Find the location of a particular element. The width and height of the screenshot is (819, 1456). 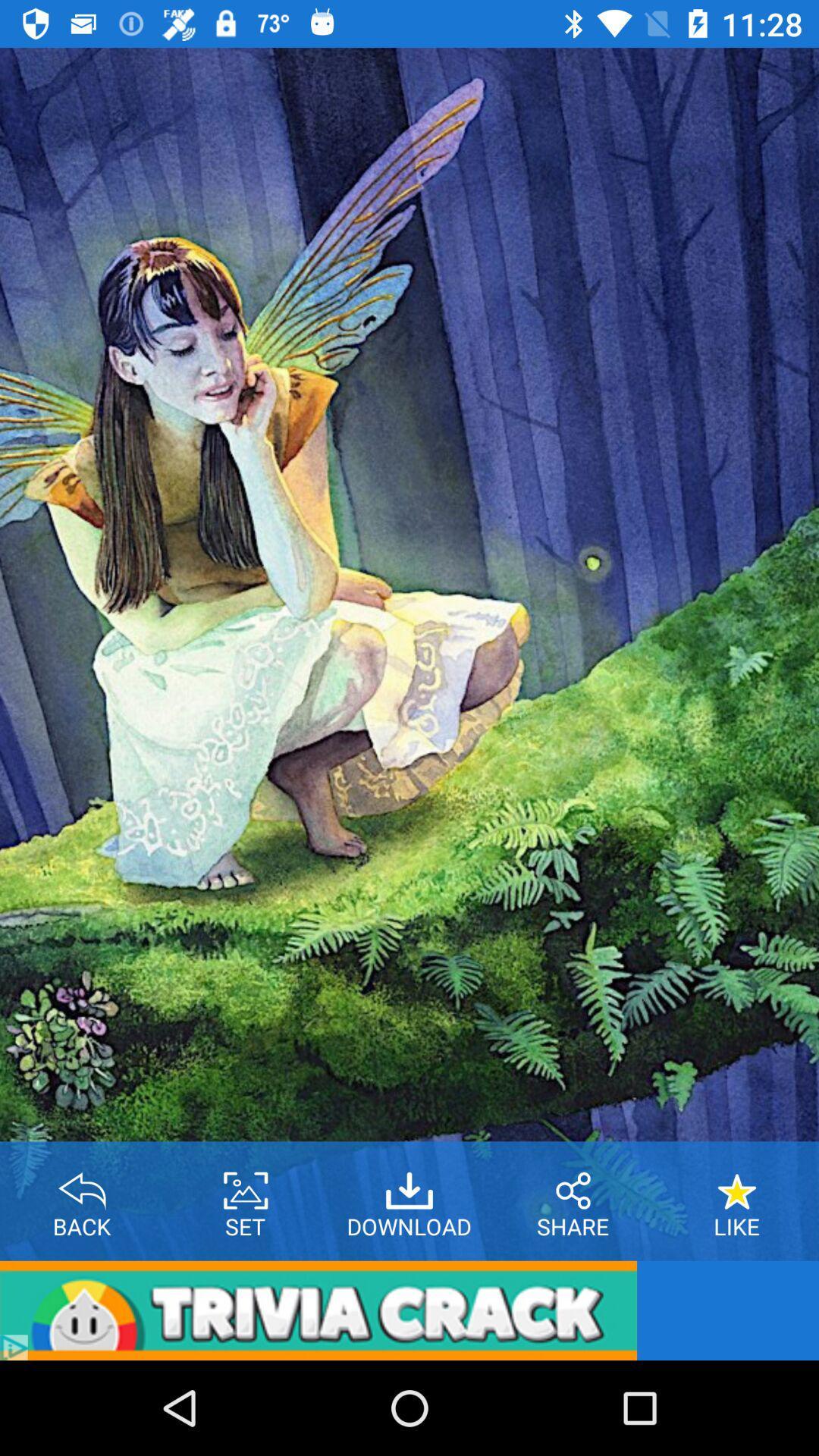

download is located at coordinates (409, 1185).